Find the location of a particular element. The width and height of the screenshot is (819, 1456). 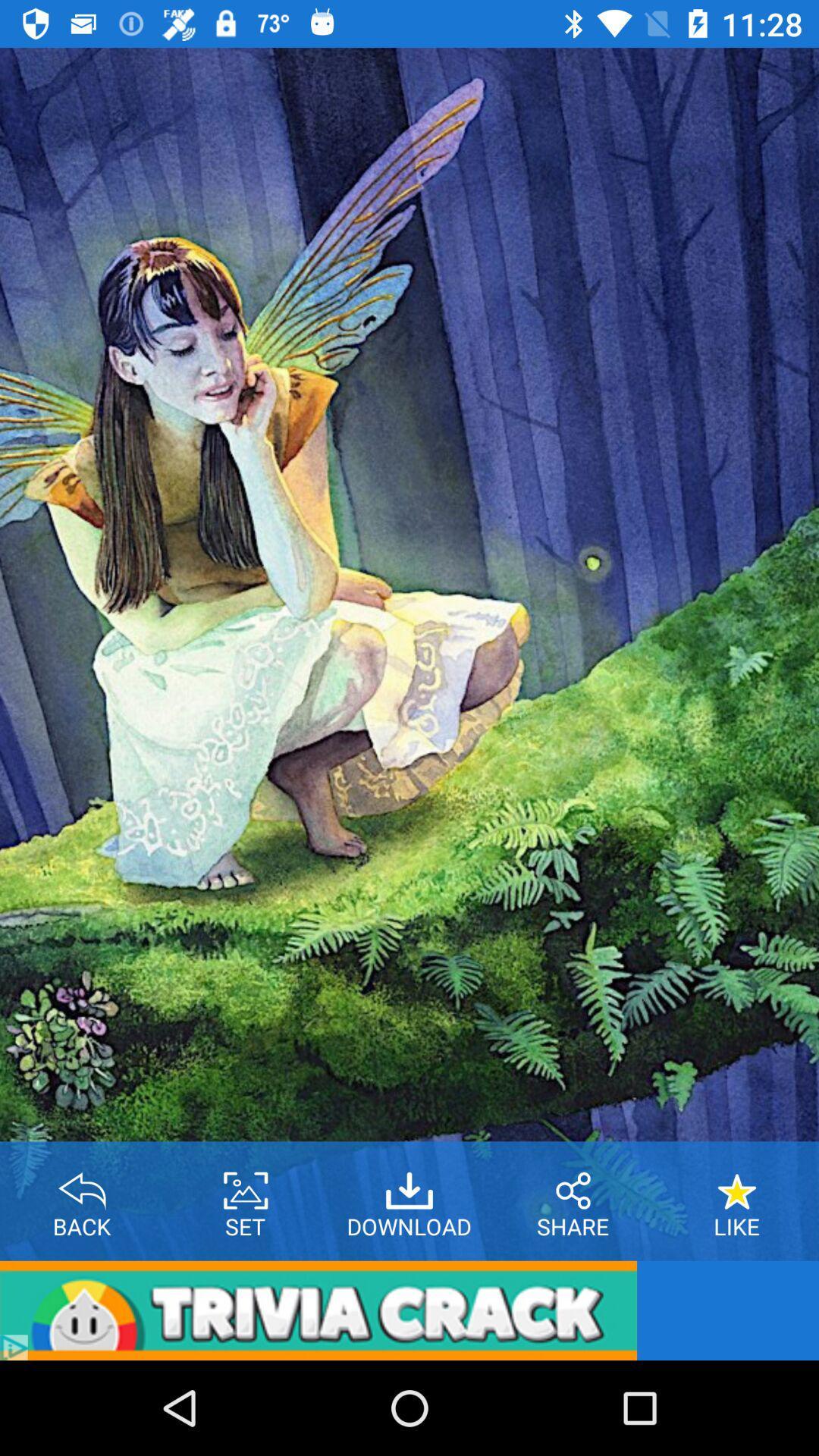

download is located at coordinates (409, 1185).